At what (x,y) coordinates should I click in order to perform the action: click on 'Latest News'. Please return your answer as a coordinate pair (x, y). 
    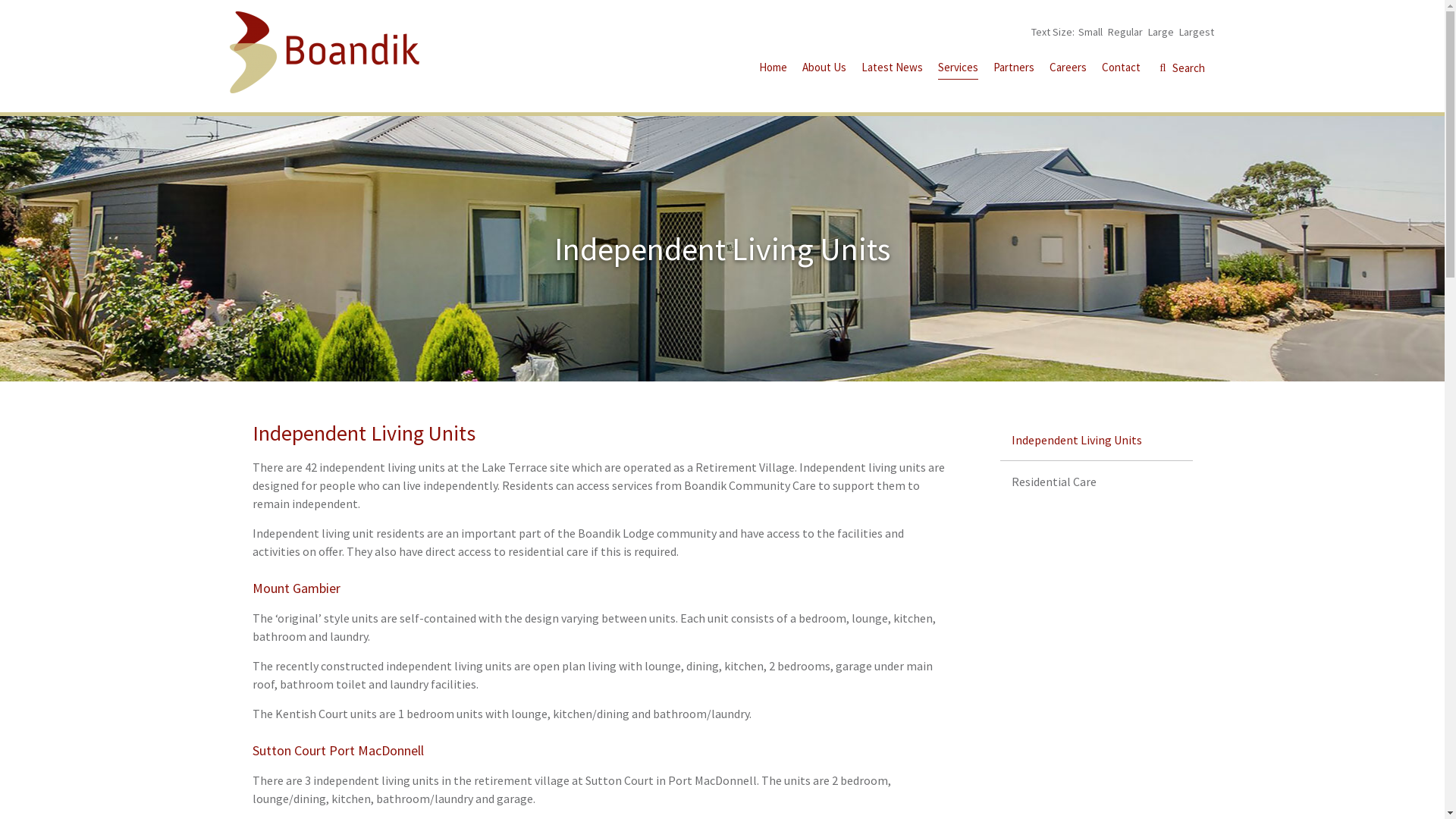
    Looking at the image, I should click on (892, 69).